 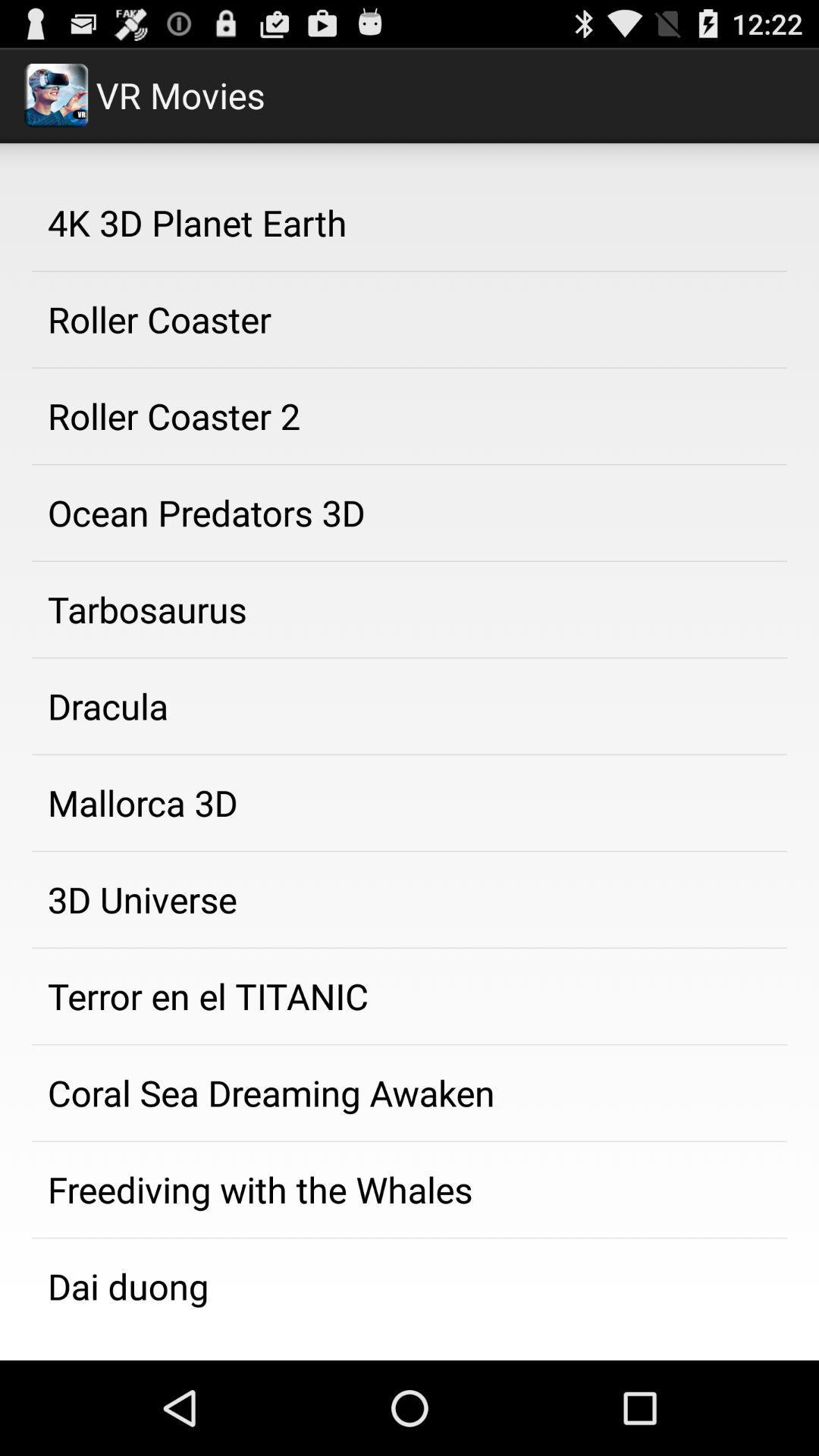 What do you see at coordinates (409, 705) in the screenshot?
I see `the icon above mallorca 3d` at bounding box center [409, 705].